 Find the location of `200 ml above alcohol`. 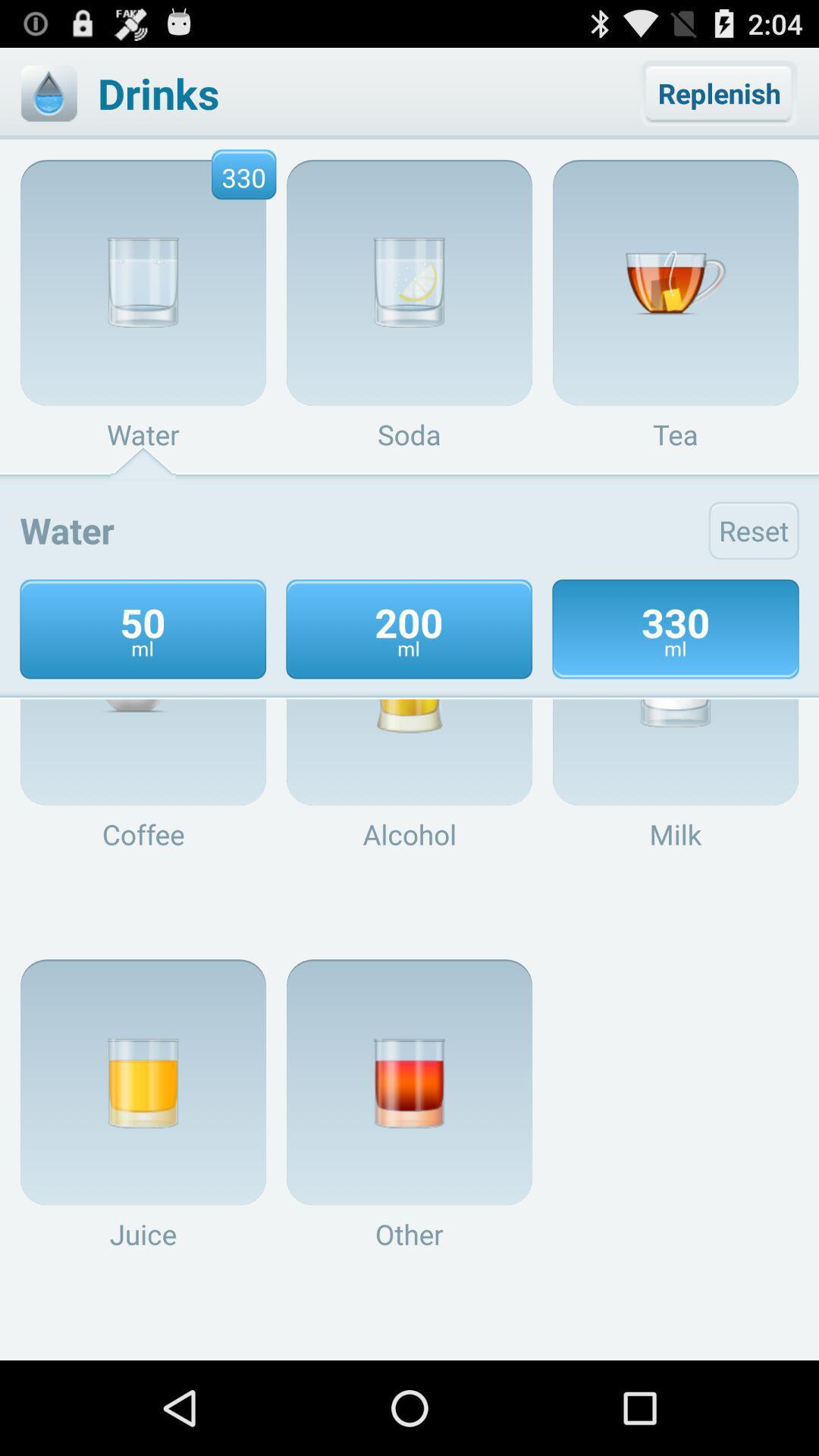

200 ml above alcohol is located at coordinates (409, 682).